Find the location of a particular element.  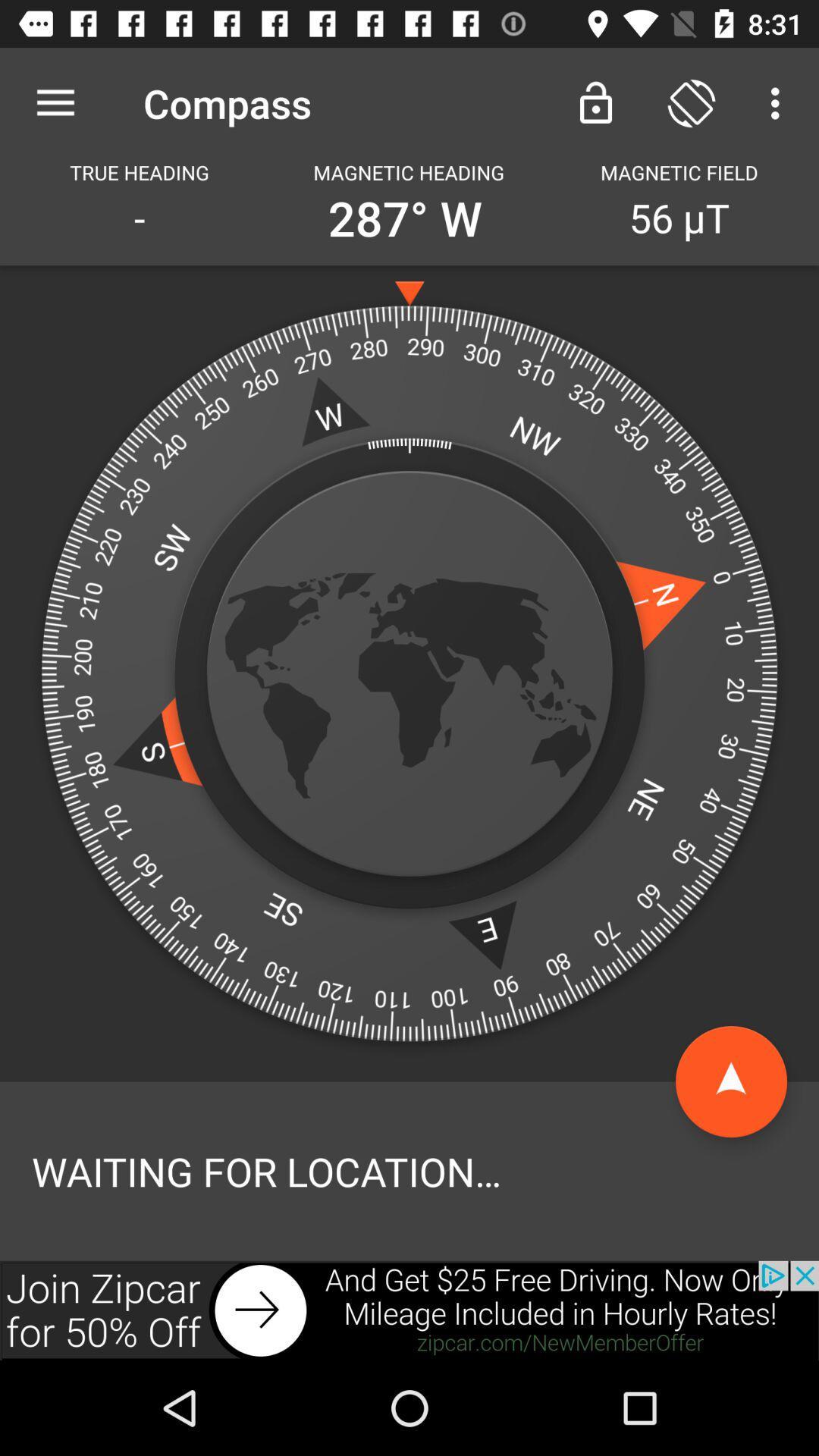

next is located at coordinates (409, 1310).